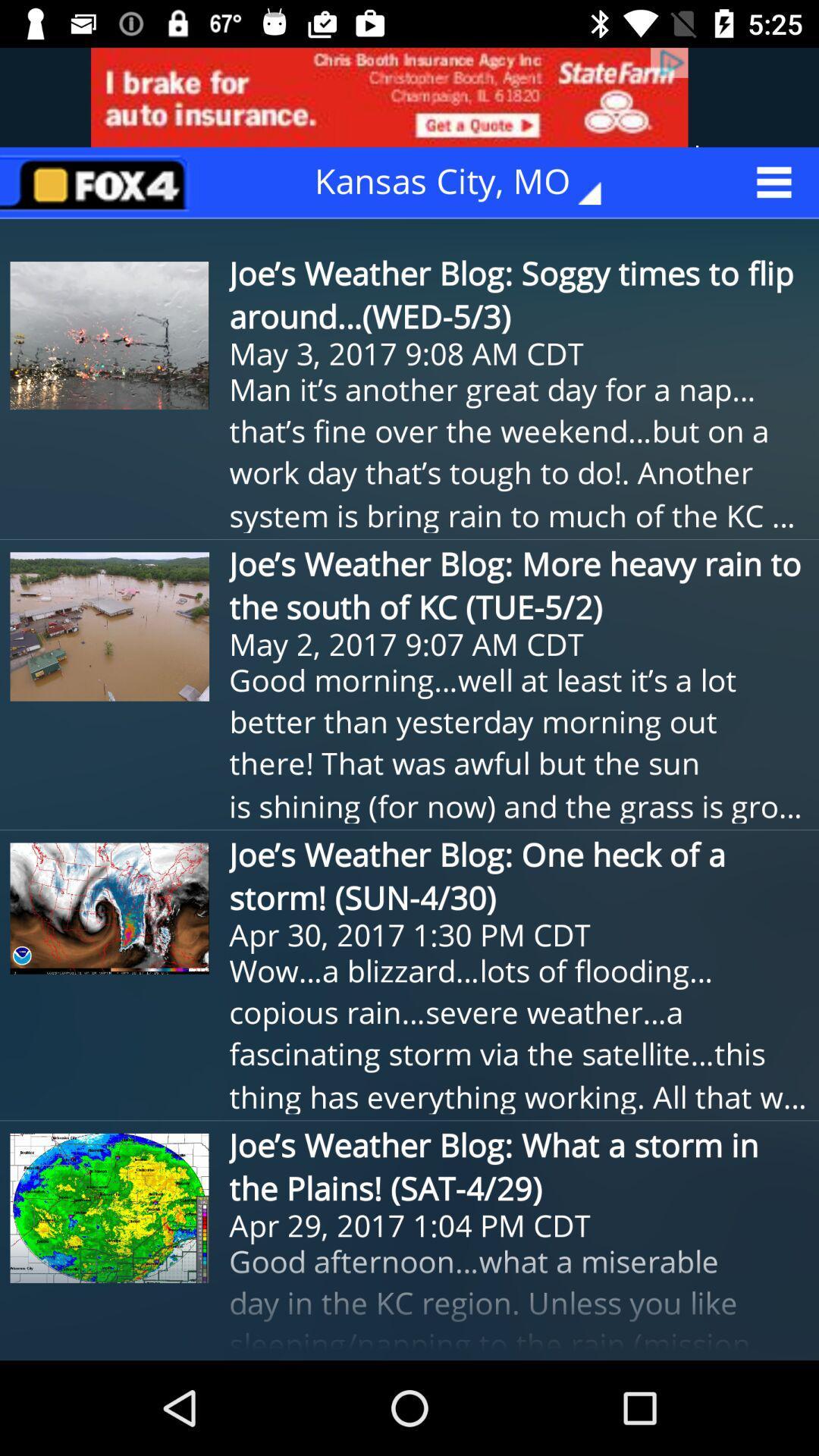 This screenshot has height=1456, width=819. I want to click on the kansas city, mo item, so click(468, 182).